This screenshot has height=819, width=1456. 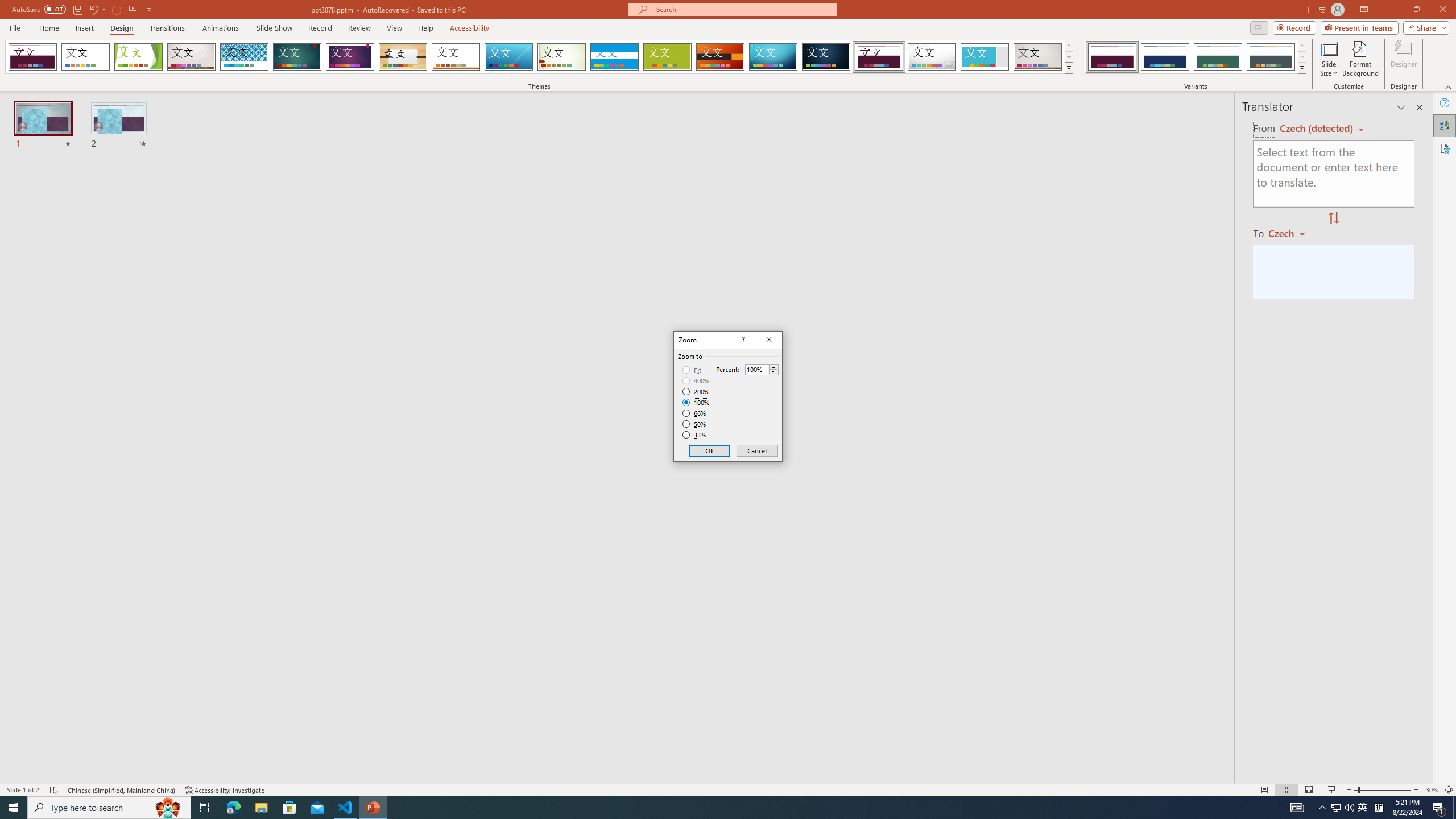 What do you see at coordinates (244, 56) in the screenshot?
I see `'Integral'` at bounding box center [244, 56].